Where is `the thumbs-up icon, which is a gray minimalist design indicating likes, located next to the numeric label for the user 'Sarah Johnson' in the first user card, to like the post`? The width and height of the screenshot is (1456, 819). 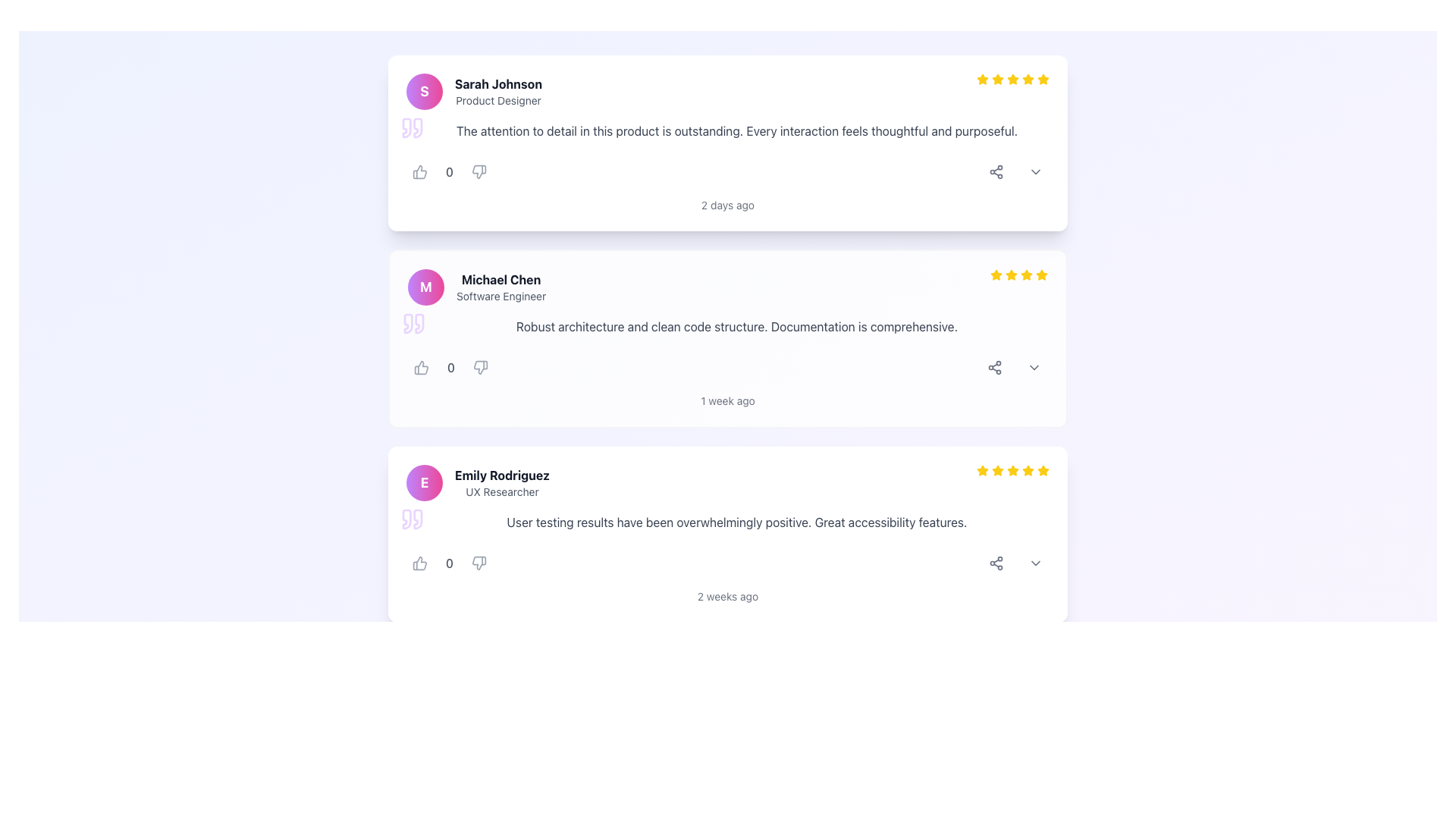
the thumbs-up icon, which is a gray minimalist design indicating likes, located next to the numeric label for the user 'Sarah Johnson' in the first user card, to like the post is located at coordinates (419, 171).